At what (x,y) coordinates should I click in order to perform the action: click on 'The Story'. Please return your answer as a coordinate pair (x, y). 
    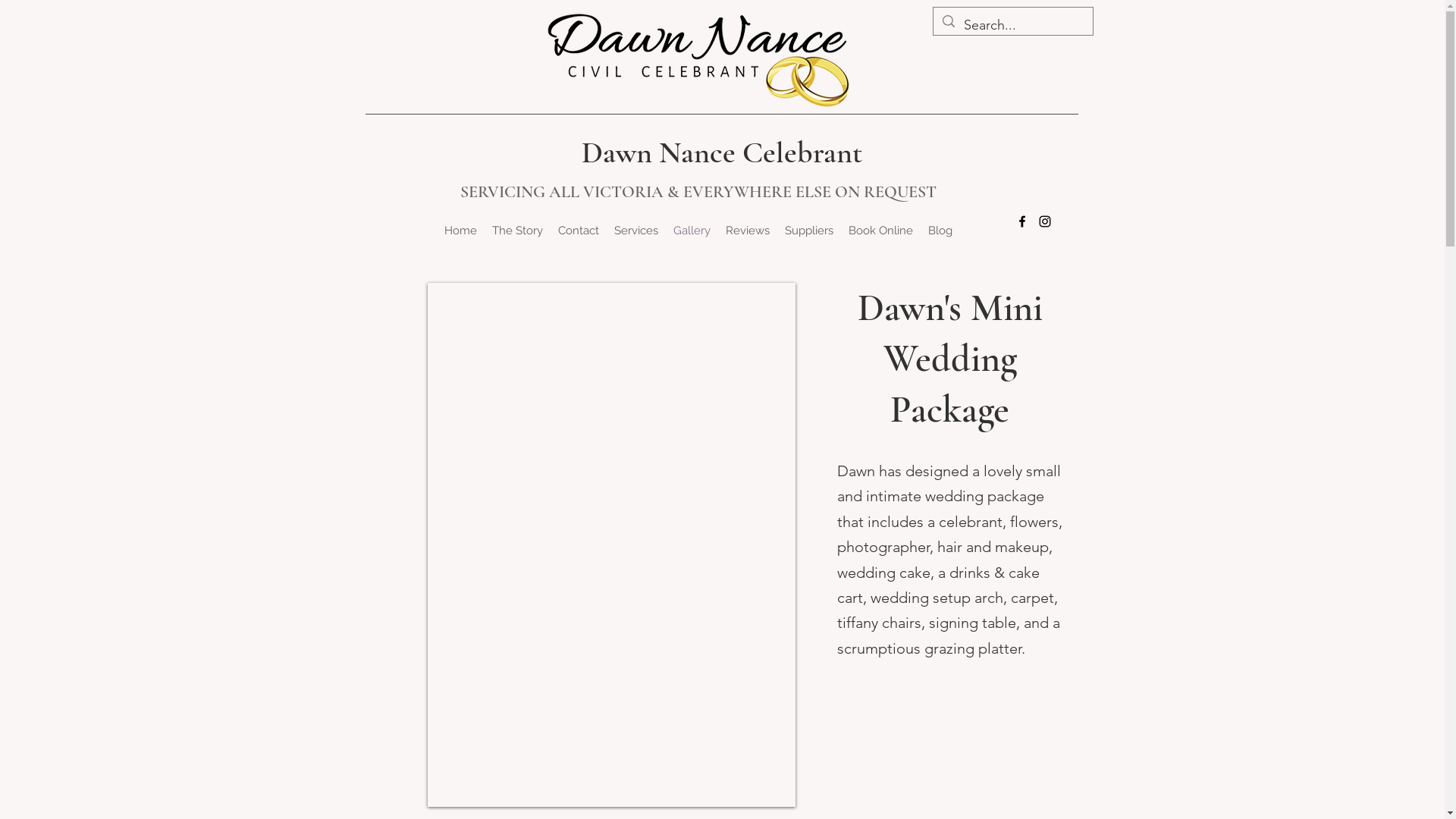
    Looking at the image, I should click on (516, 231).